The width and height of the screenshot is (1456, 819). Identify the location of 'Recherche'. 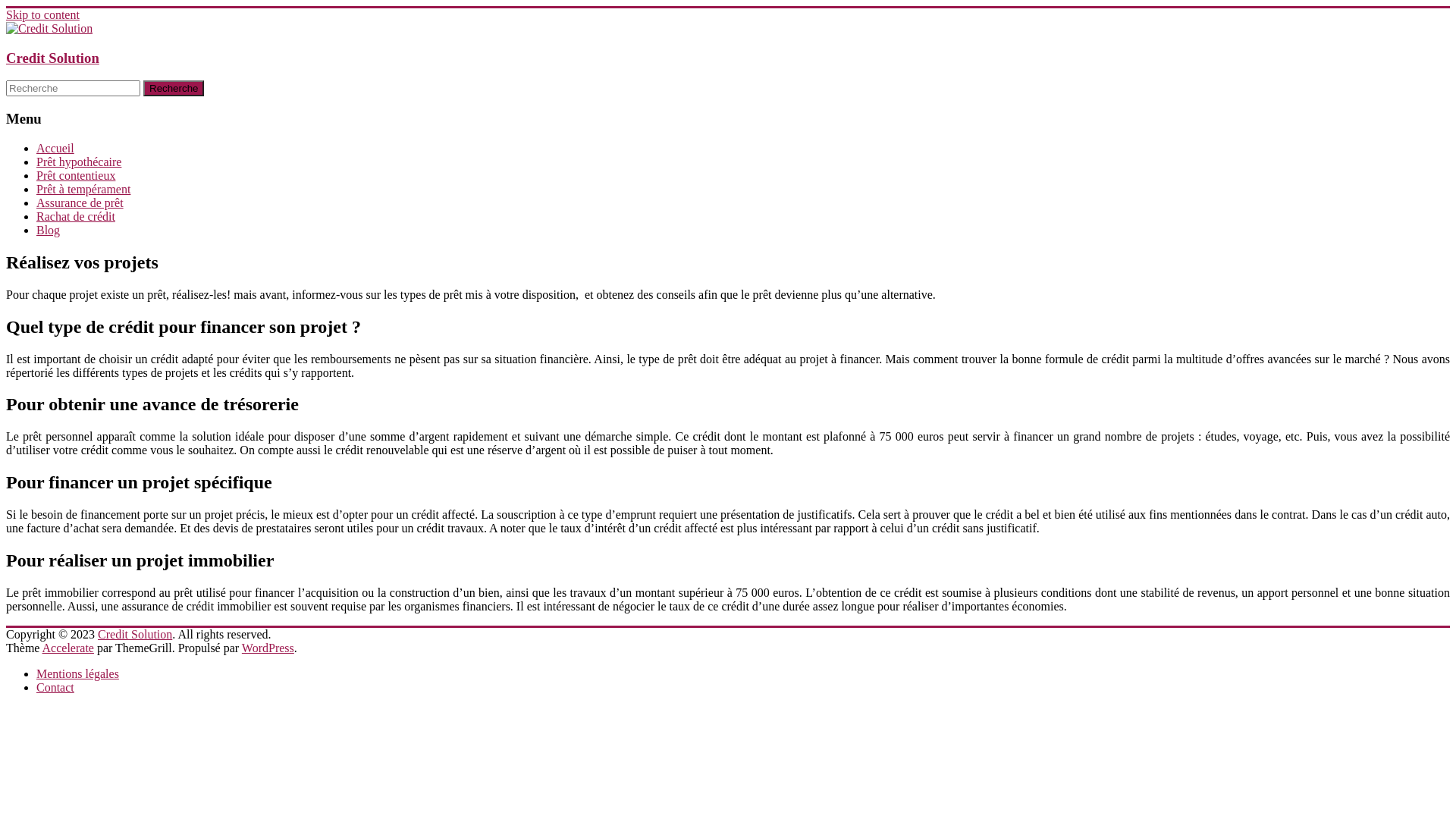
(174, 88).